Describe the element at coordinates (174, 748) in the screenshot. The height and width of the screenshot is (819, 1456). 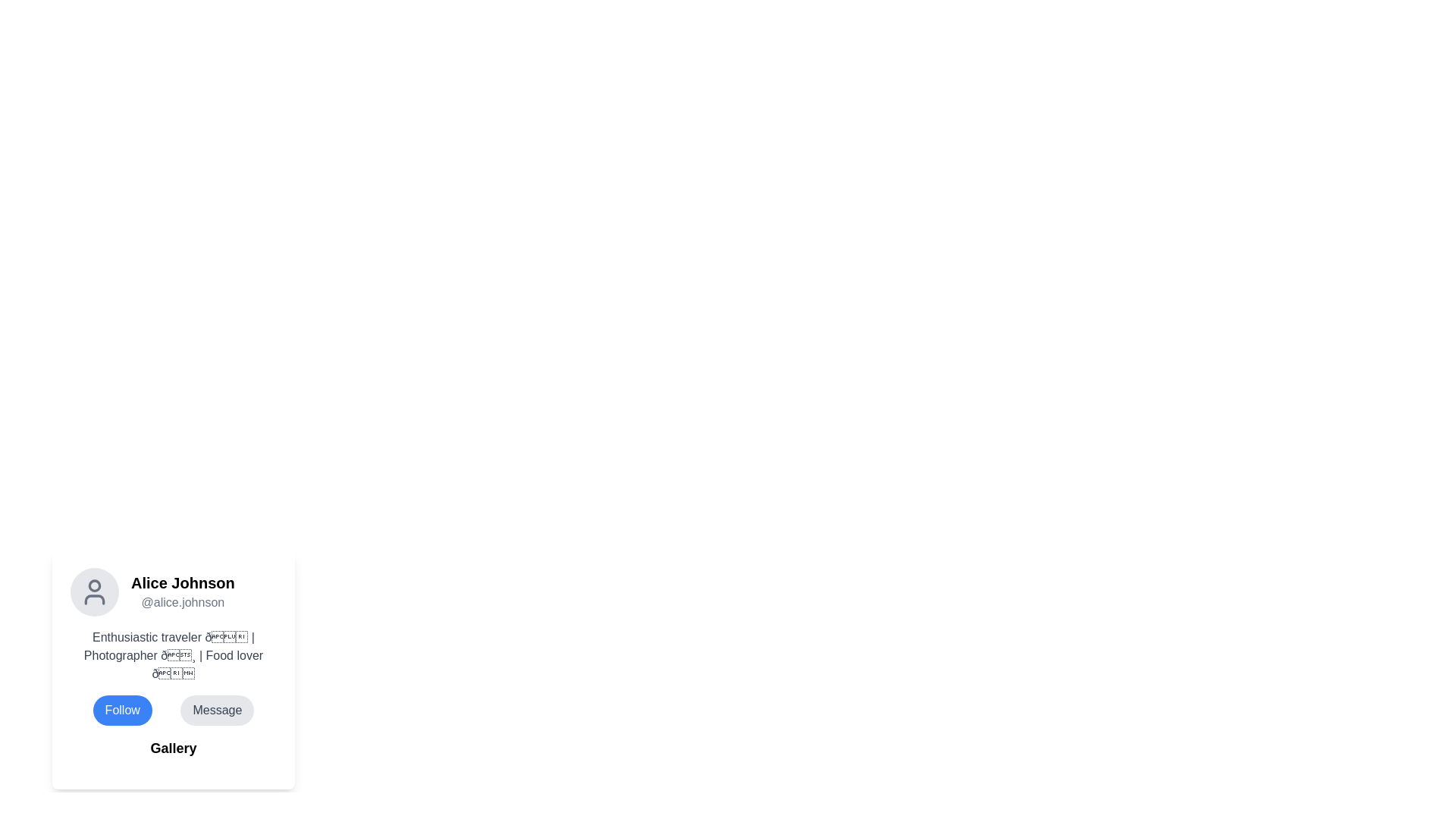
I see `the title text label in the gallery section located below the 'Follow' and 'Message' buttons, which serves as a heading for the gallery thumbnails` at that location.